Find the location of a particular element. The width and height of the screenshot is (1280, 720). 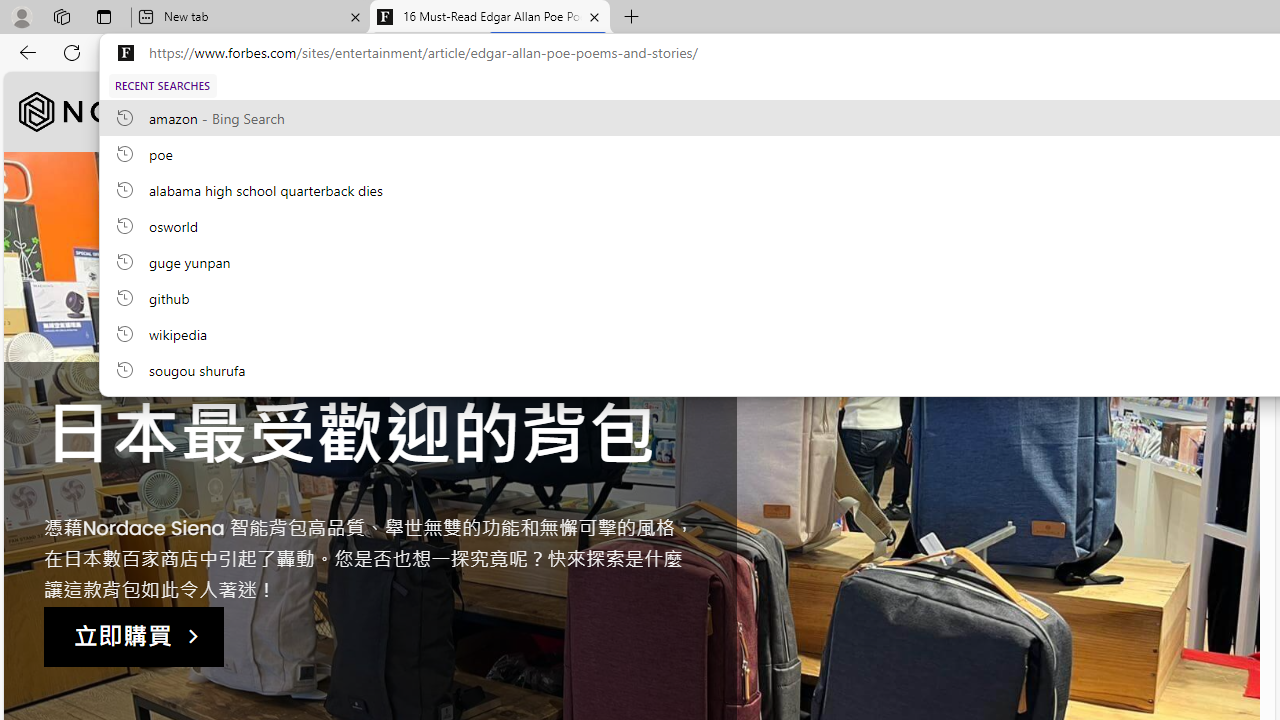

'16 Must-Read Edgar Allan Poe Poems And Short Stories' is located at coordinates (490, 17).